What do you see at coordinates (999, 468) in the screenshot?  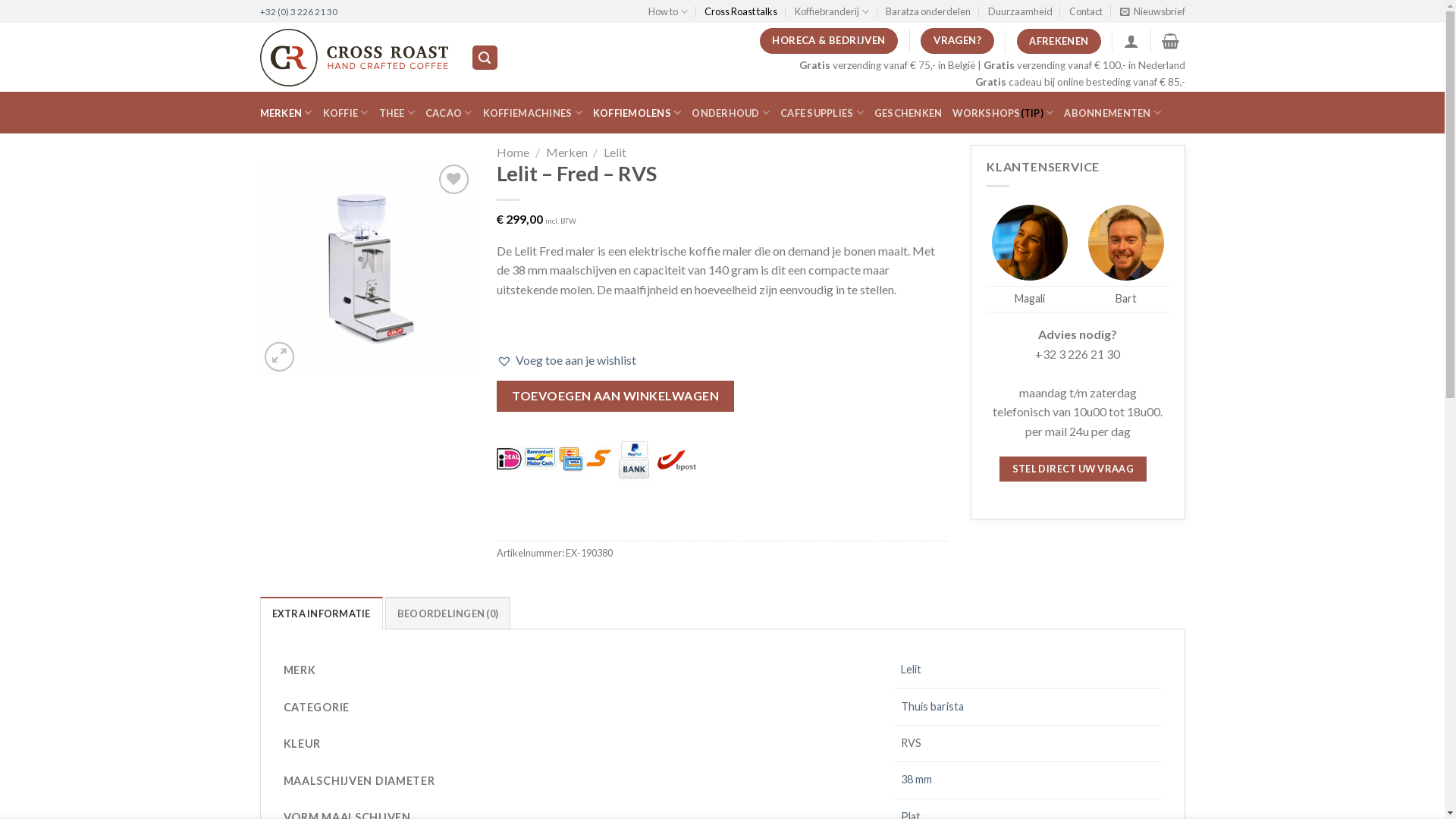 I see `'STEL DIRECT UW VRAAG'` at bounding box center [999, 468].